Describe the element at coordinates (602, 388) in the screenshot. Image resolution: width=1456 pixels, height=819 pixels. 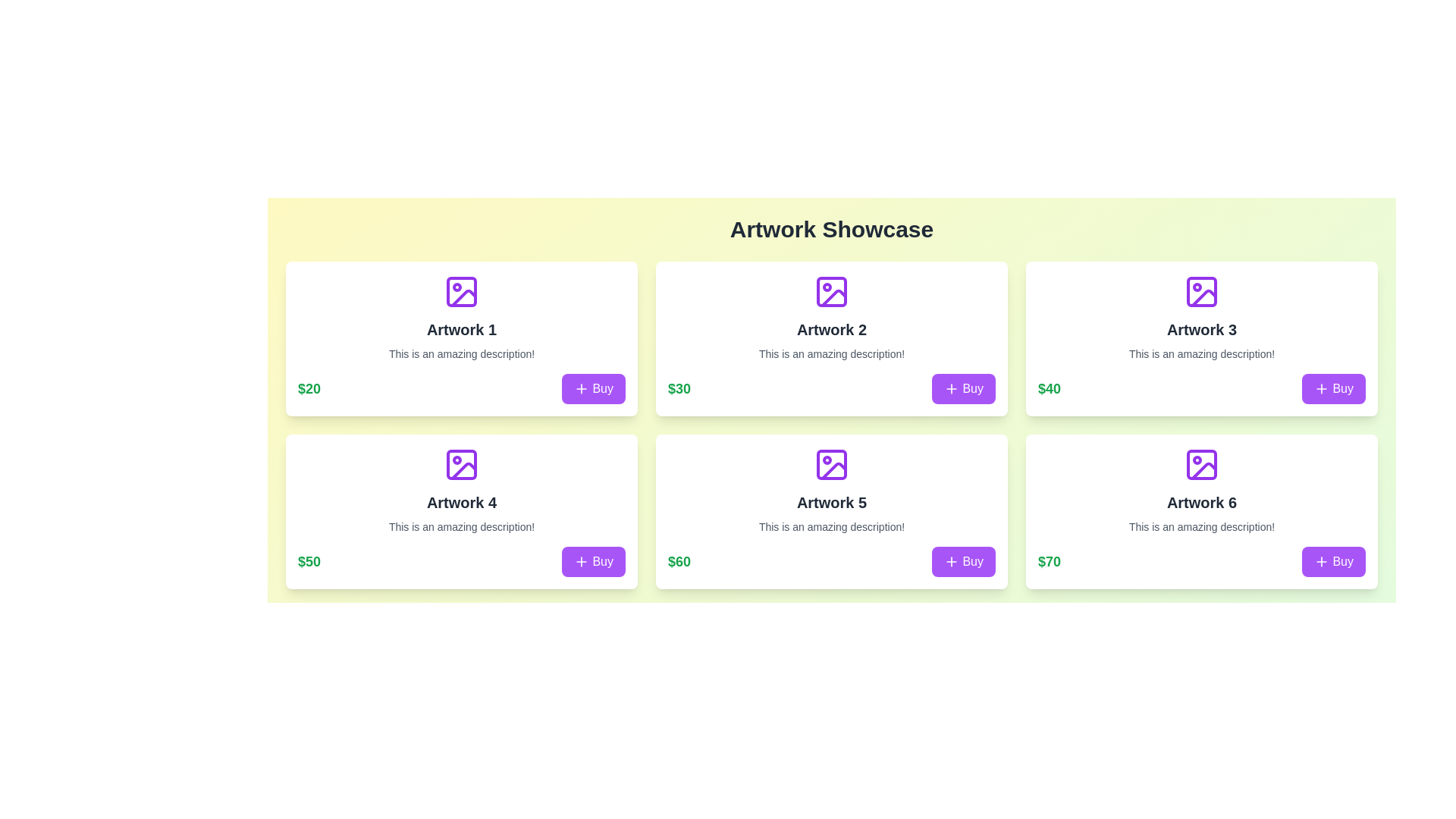
I see `text 'Buy' from the text label that indicates the purchase action for the purple button in the bottom-right corner of the card for 'Artwork 1'` at that location.